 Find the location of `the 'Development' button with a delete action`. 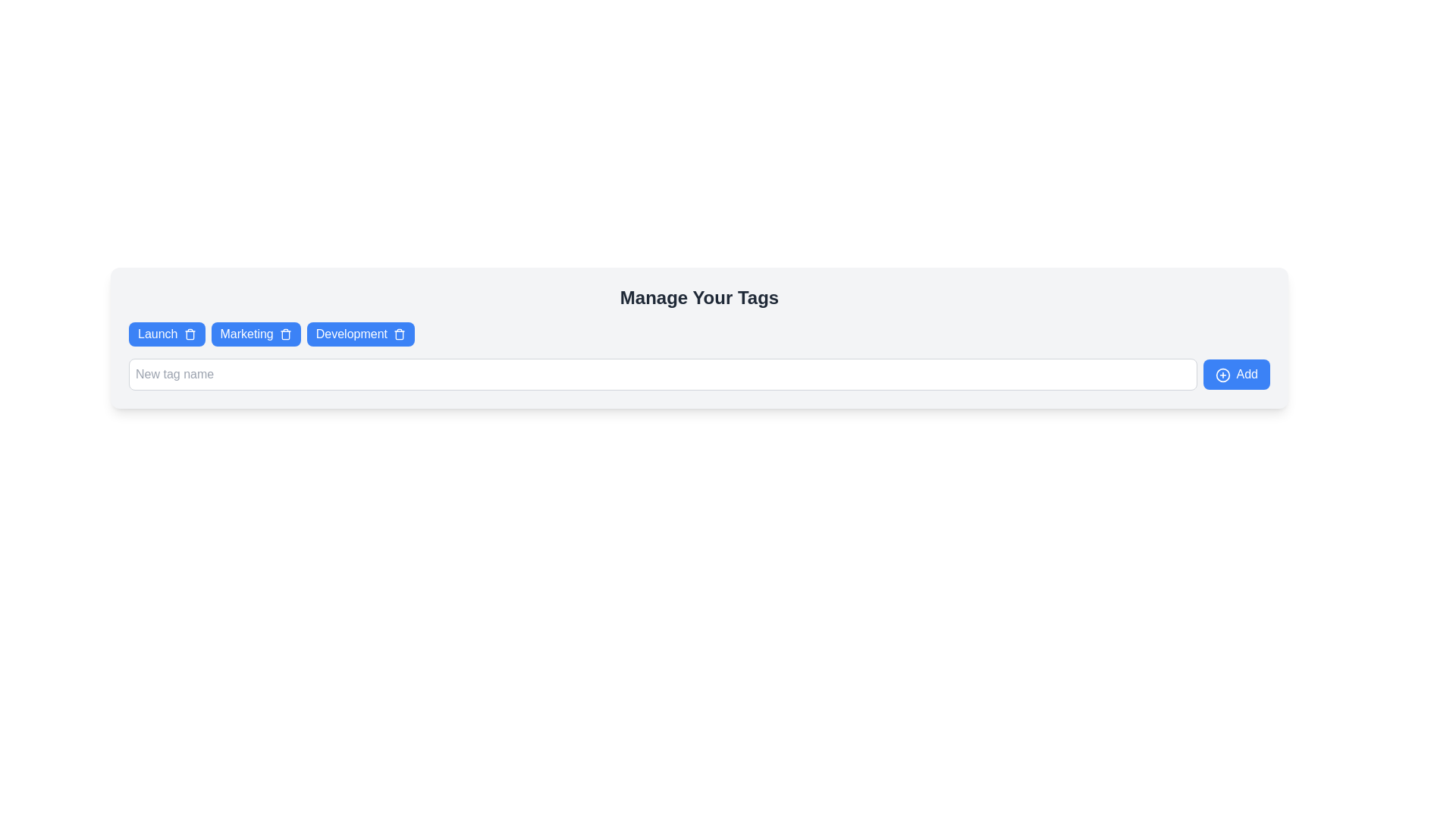

the 'Development' button with a delete action is located at coordinates (359, 333).